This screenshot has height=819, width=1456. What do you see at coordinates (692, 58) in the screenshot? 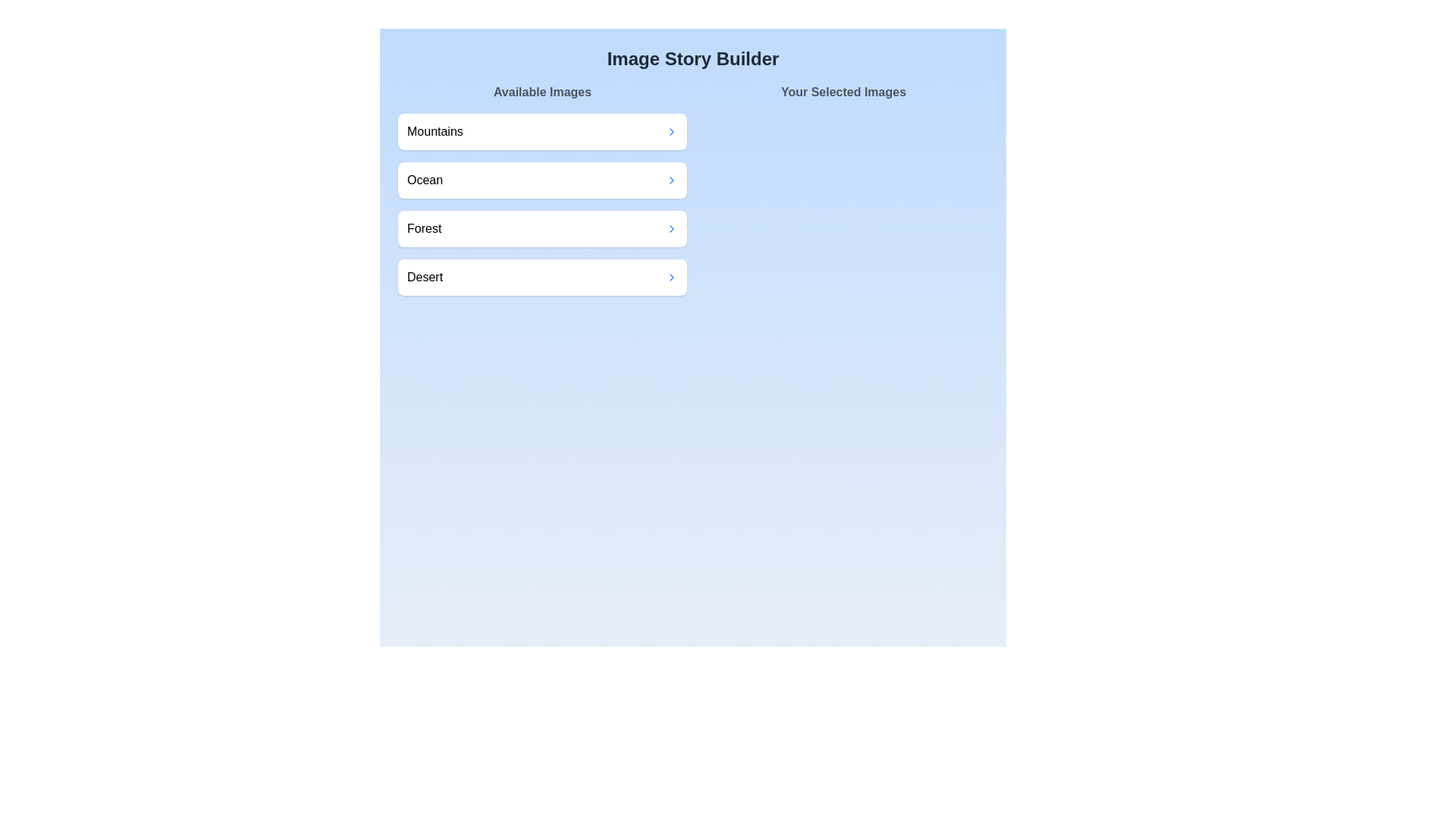
I see `the heading Image Story Builder` at bounding box center [692, 58].